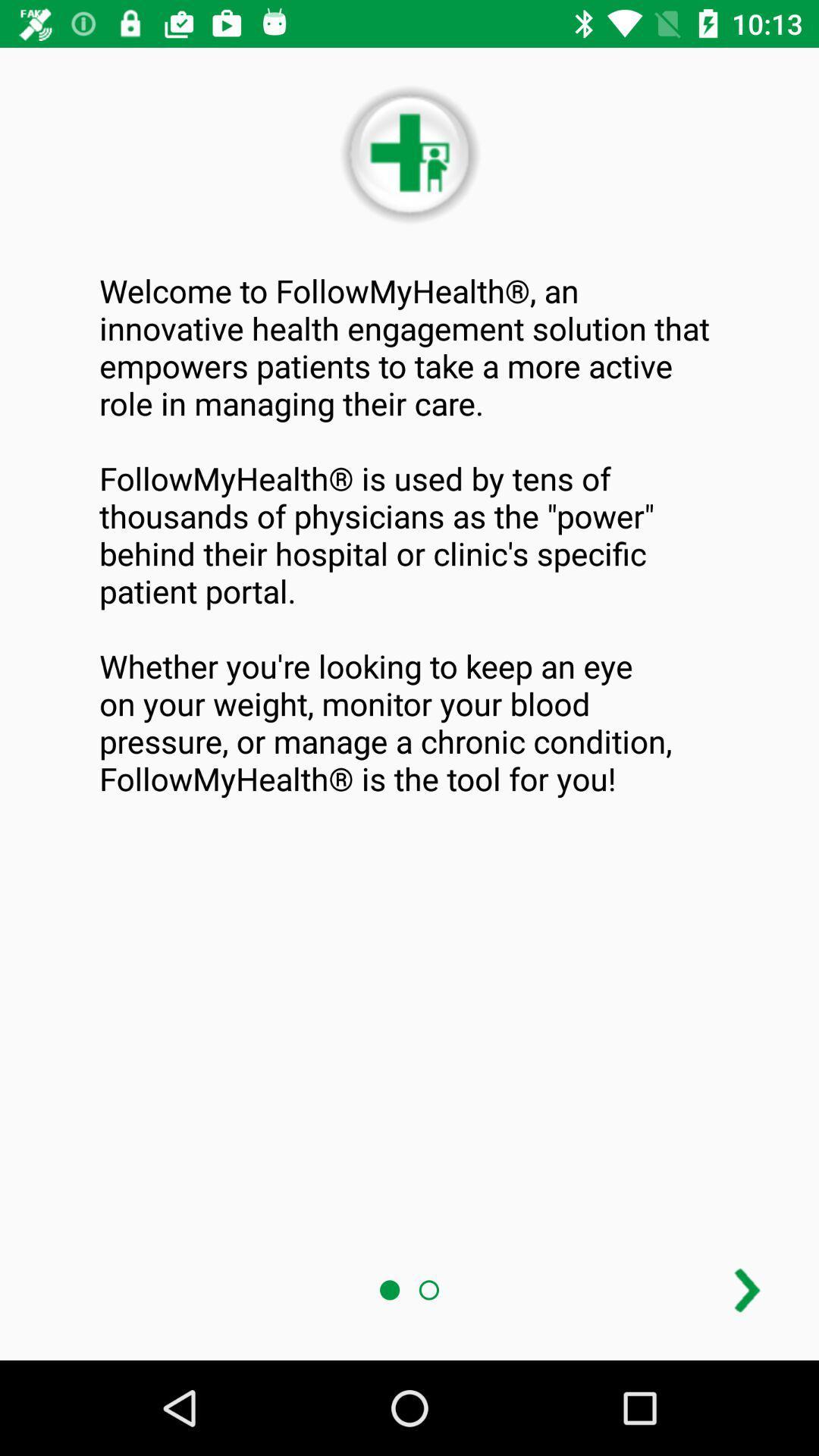 The image size is (819, 1456). What do you see at coordinates (746, 1289) in the screenshot?
I see `next page` at bounding box center [746, 1289].